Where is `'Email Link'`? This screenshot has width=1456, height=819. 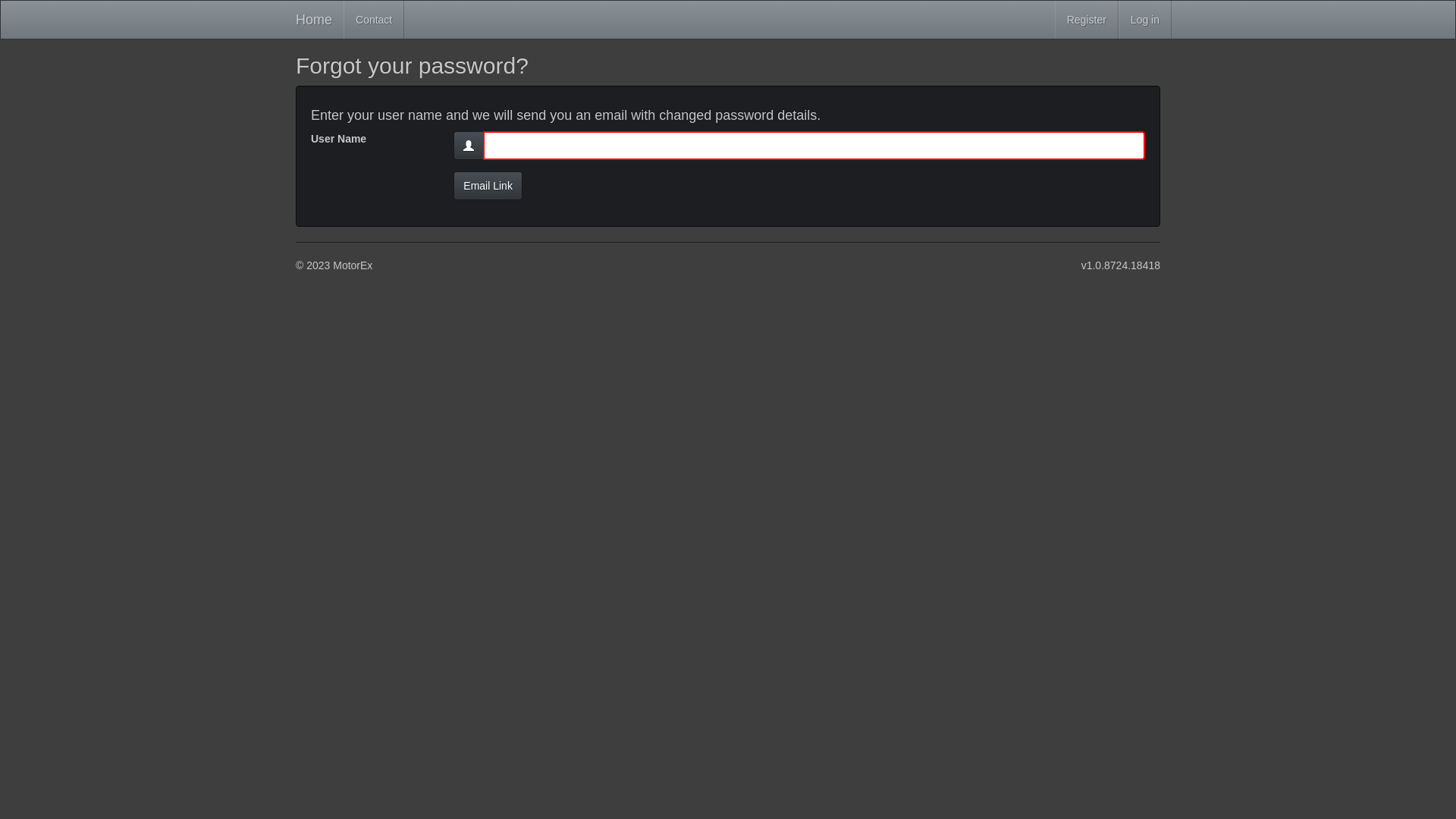
'Email Link' is located at coordinates (488, 185).